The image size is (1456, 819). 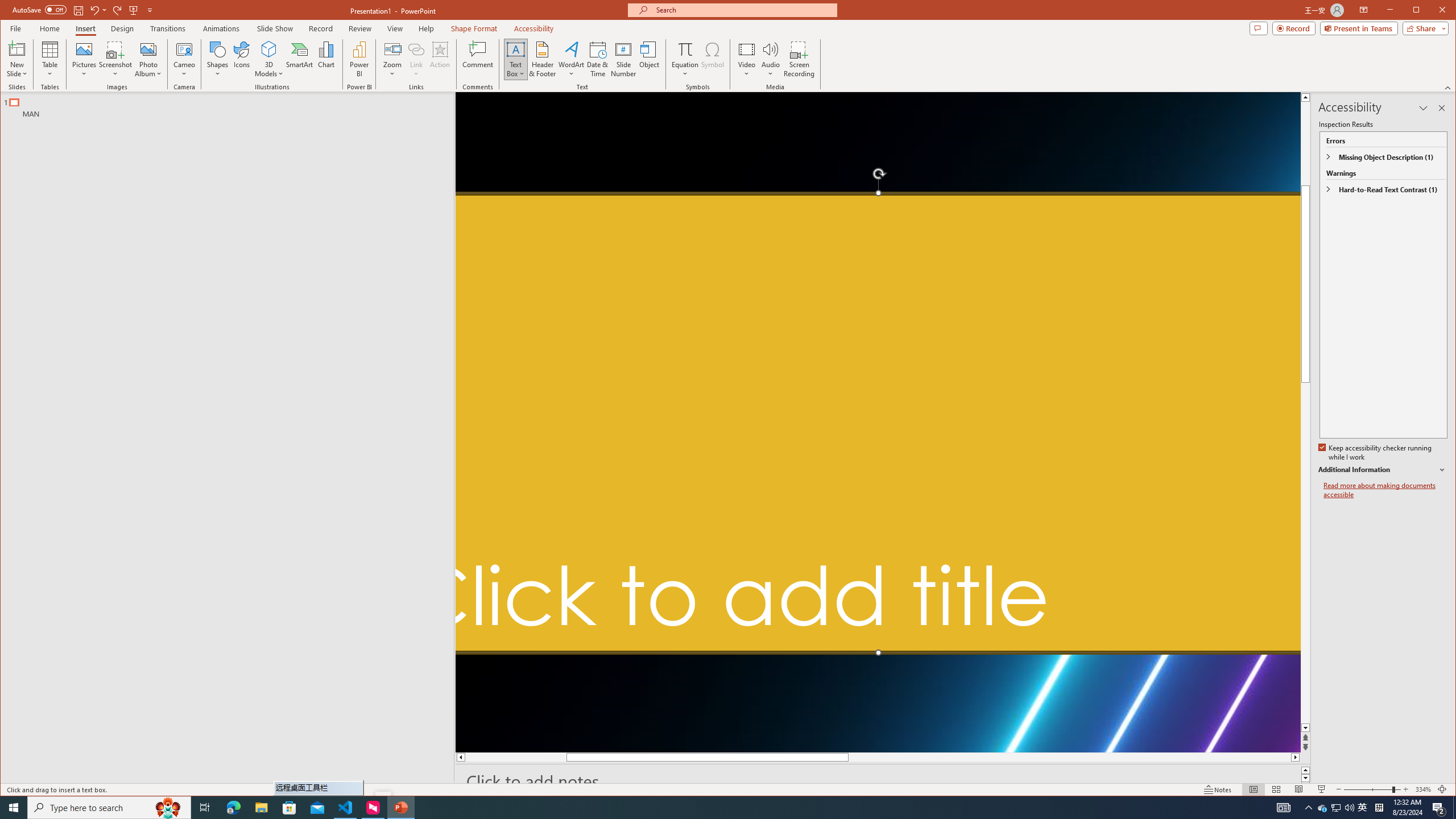 What do you see at coordinates (515, 48) in the screenshot?
I see `'Draw Horizontal Text Box'` at bounding box center [515, 48].